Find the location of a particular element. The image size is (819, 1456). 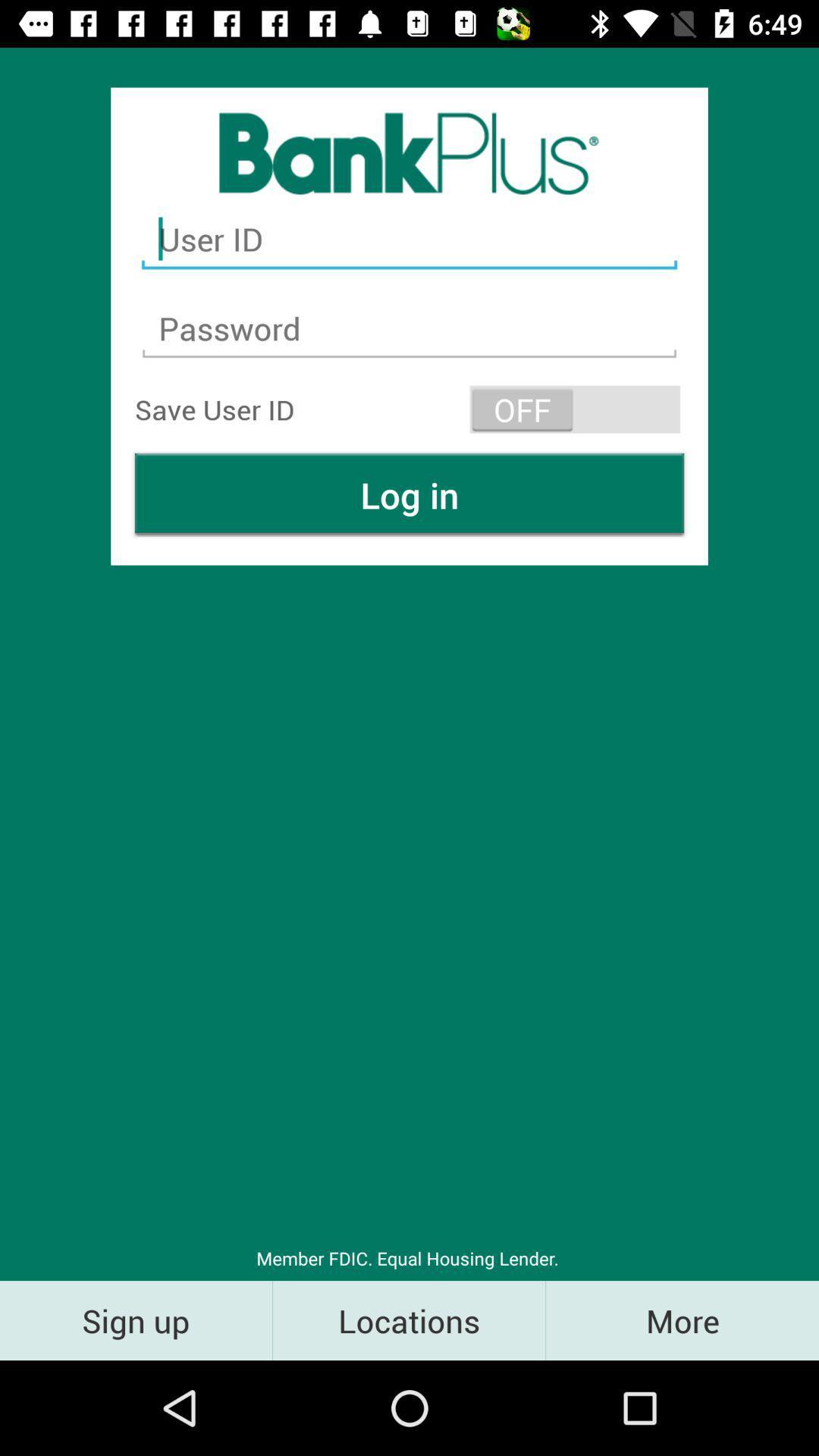

icon next to the save user id item is located at coordinates (575, 409).